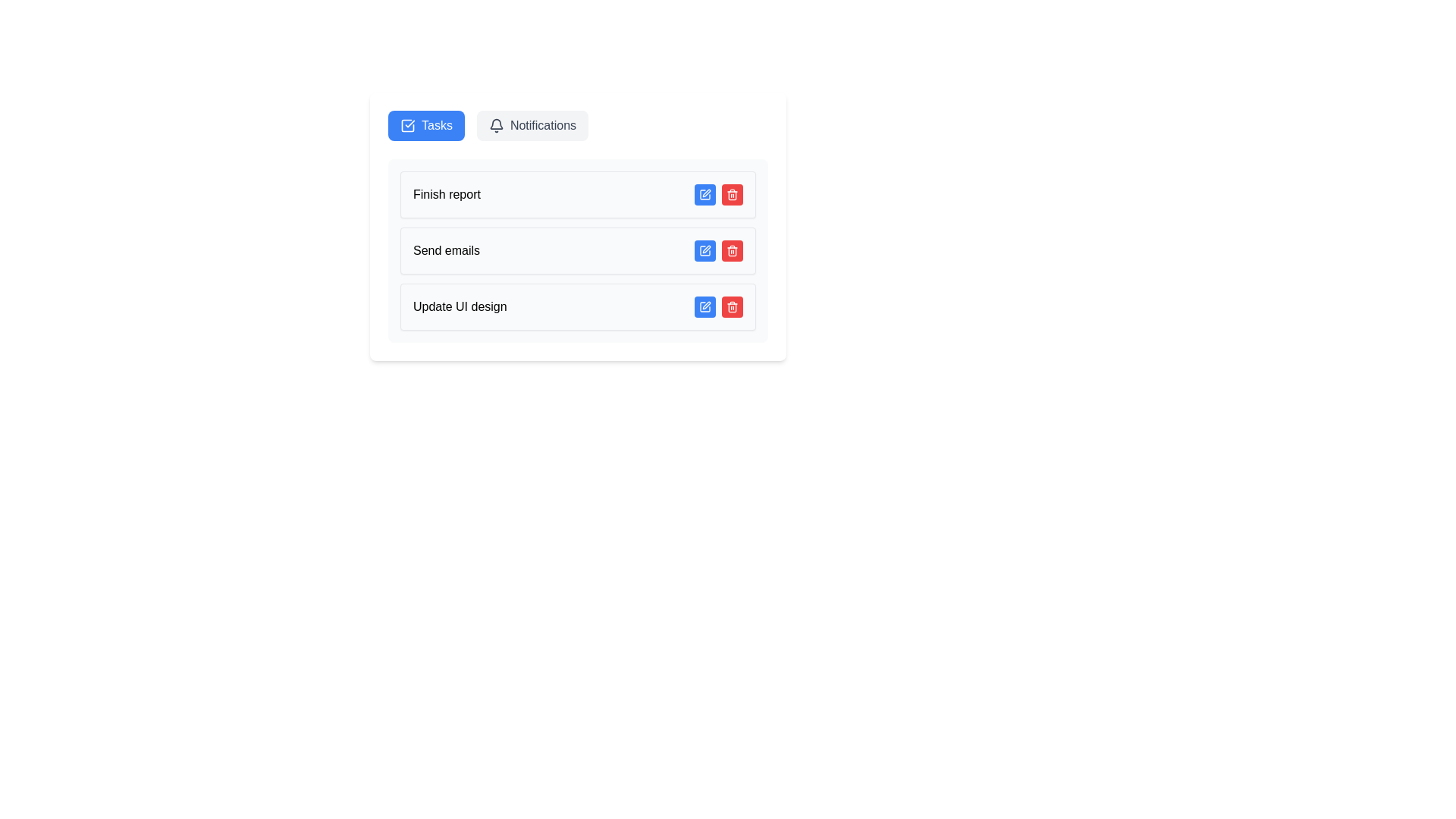 This screenshot has width=1456, height=819. What do you see at coordinates (577, 307) in the screenshot?
I see `the list item displaying 'Update UI design' with action buttons` at bounding box center [577, 307].